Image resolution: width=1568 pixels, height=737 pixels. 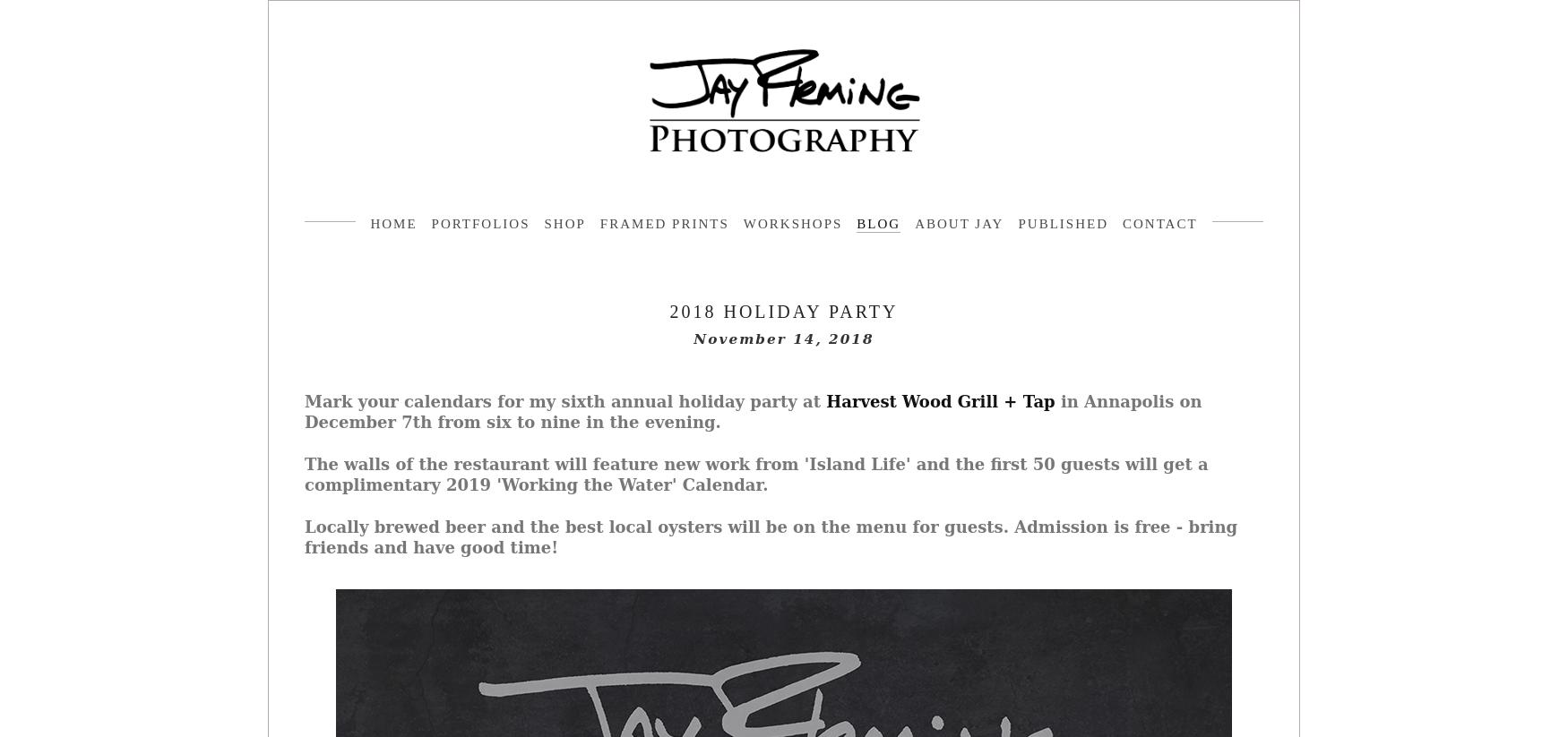 What do you see at coordinates (305, 400) in the screenshot?
I see `'Mark your calendars for my sixth annual holiday party at'` at bounding box center [305, 400].